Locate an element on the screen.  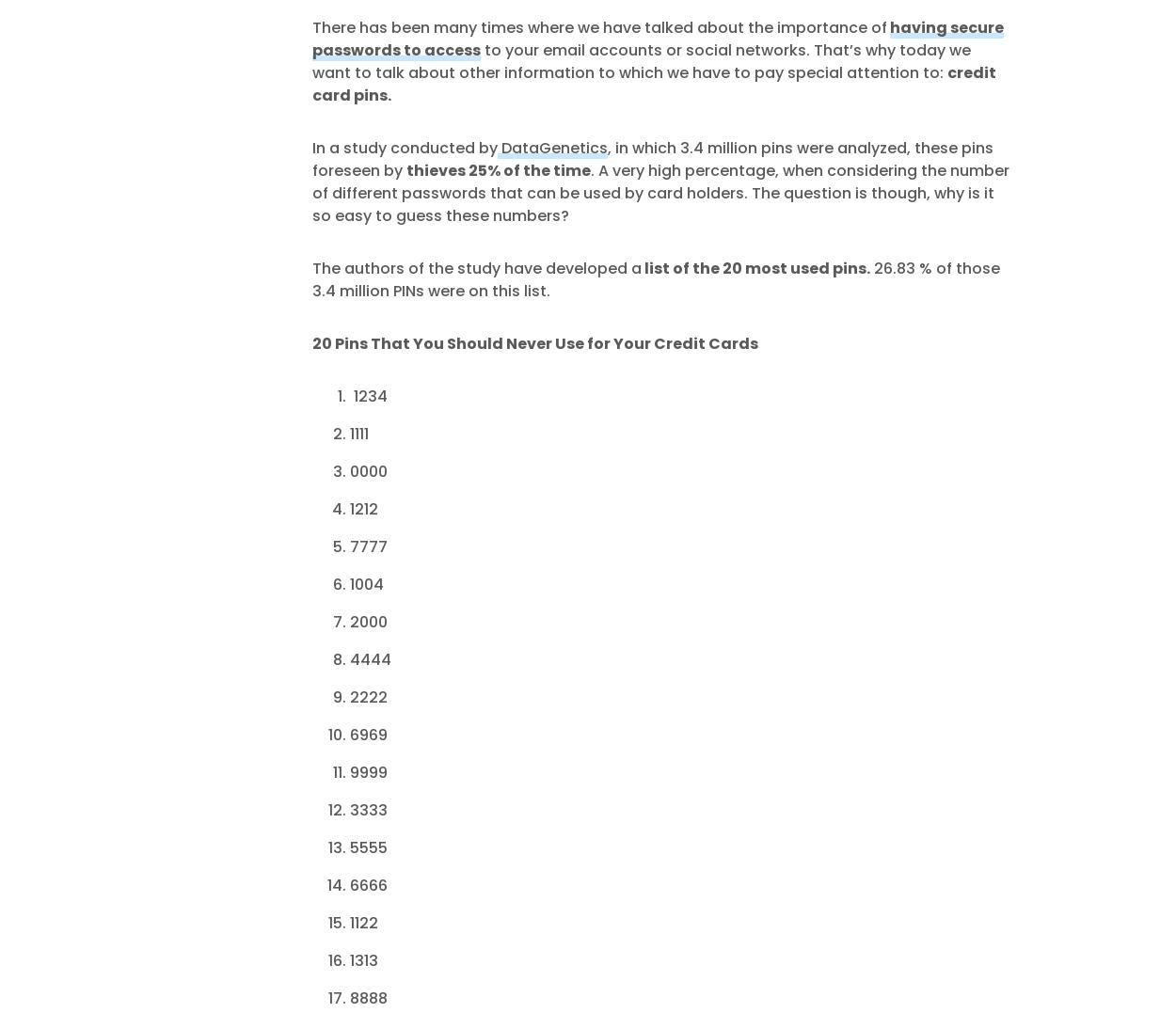
'There has been many times where we have talked about the importance of' is located at coordinates (598, 25).